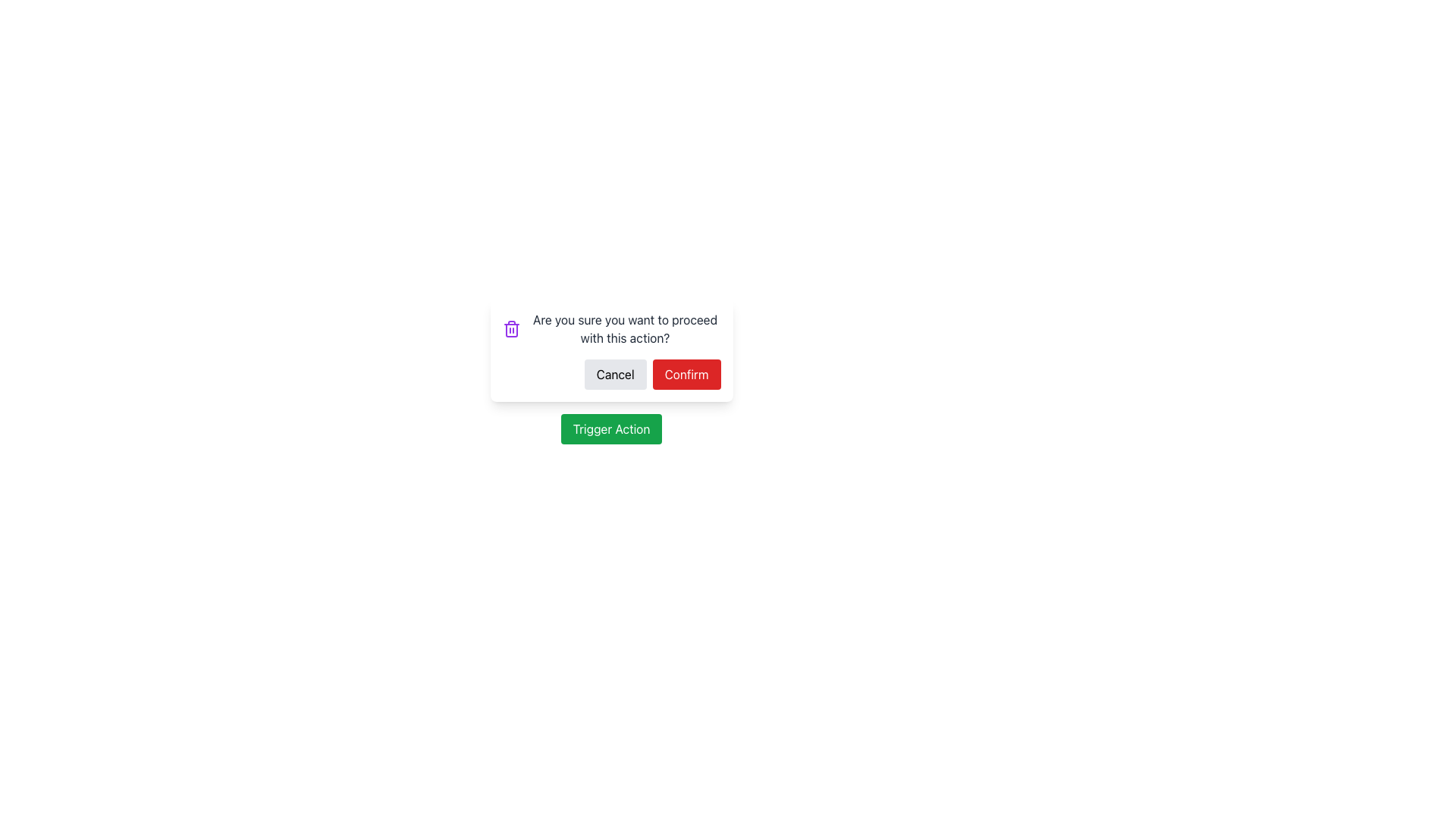  What do you see at coordinates (611, 374) in the screenshot?
I see `the cancel button located in the modal dialog box, positioned to the left of the 'Confirm' button` at bounding box center [611, 374].